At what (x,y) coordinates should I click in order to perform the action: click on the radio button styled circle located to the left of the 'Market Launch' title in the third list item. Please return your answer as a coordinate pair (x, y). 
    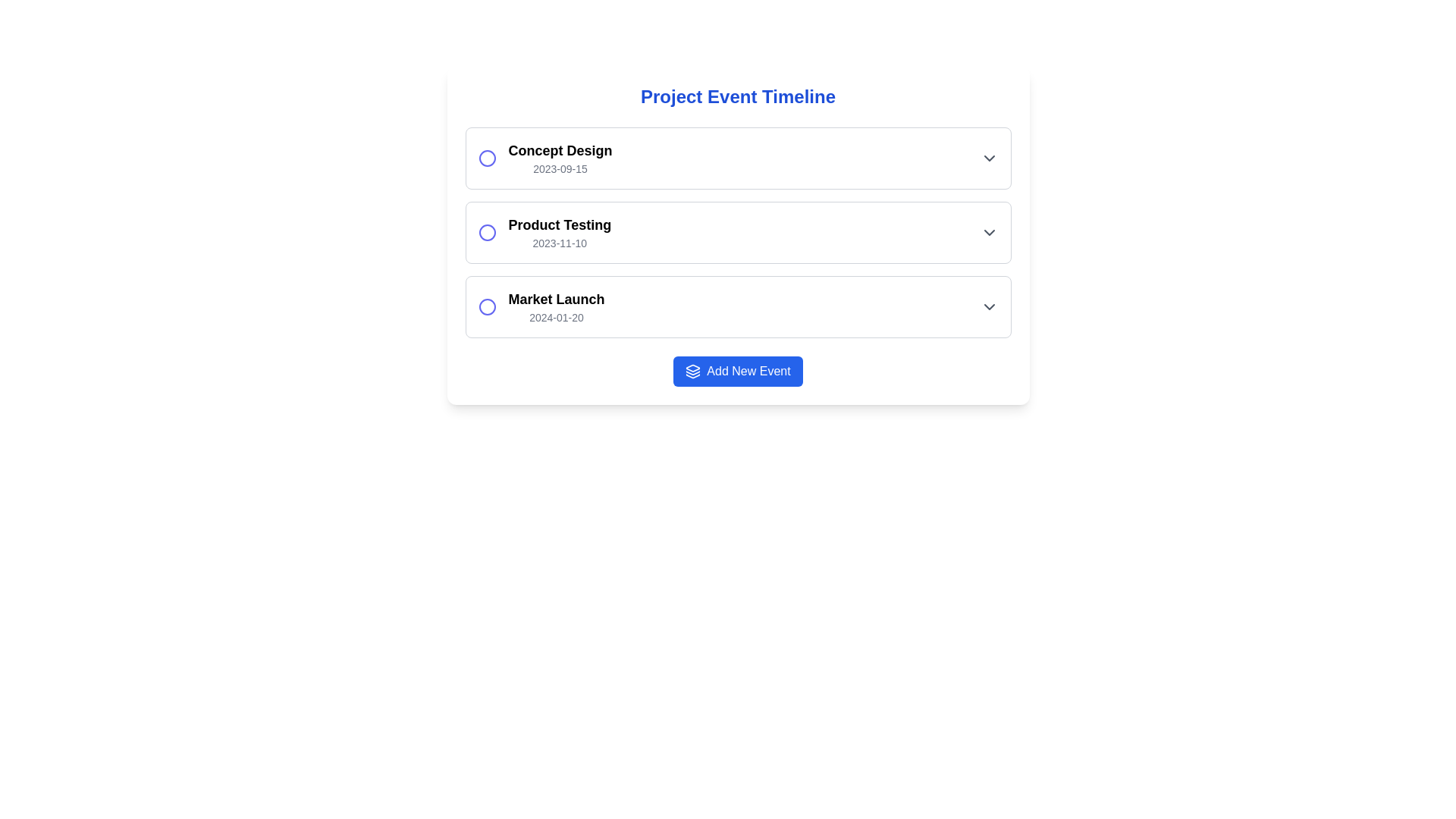
    Looking at the image, I should click on (487, 307).